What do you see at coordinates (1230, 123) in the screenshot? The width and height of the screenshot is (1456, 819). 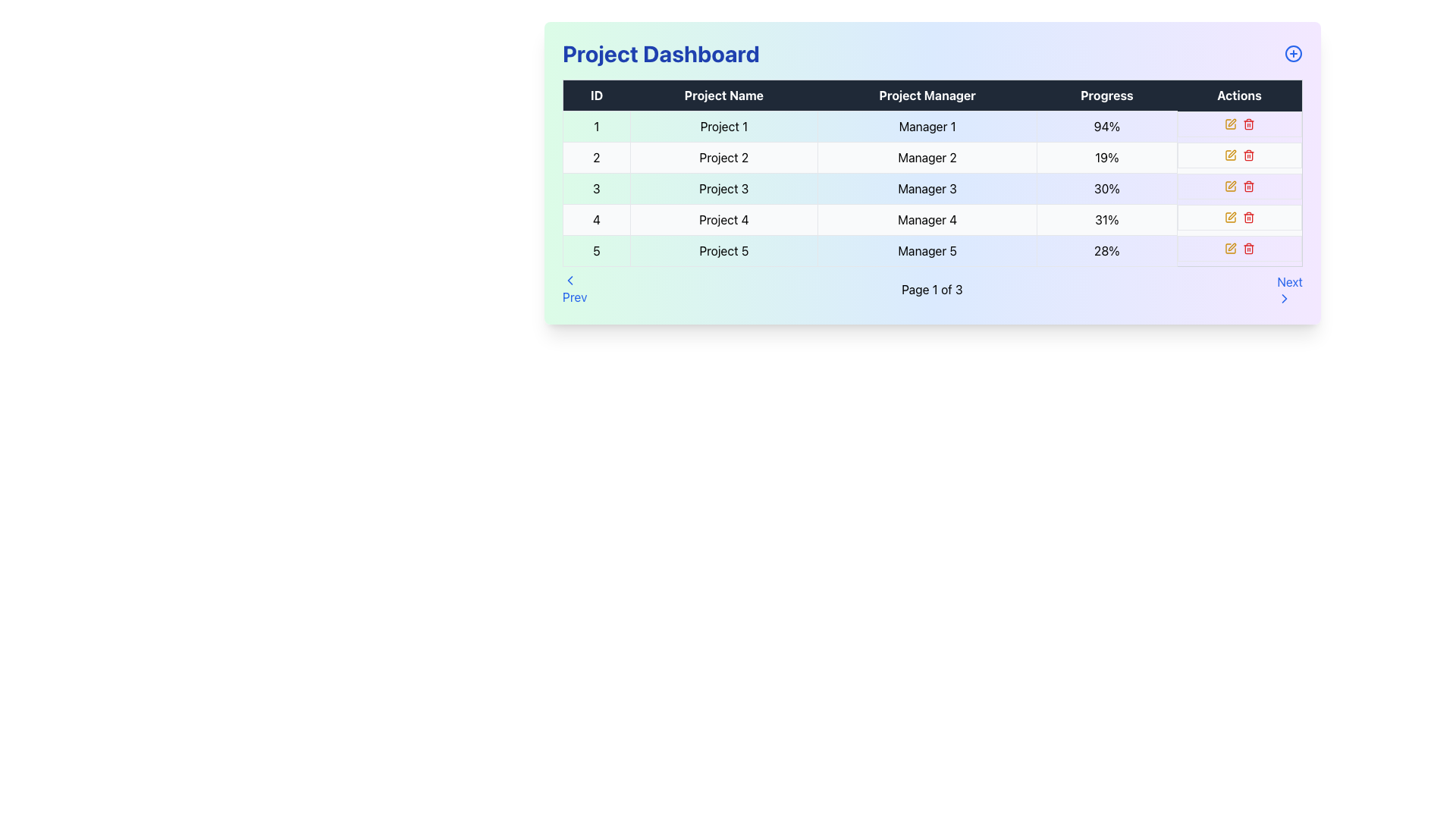 I see `the square yellow button with a pen icon located in the 'Actions' column of the table, adjacent to the 'Project 1' entry` at bounding box center [1230, 123].